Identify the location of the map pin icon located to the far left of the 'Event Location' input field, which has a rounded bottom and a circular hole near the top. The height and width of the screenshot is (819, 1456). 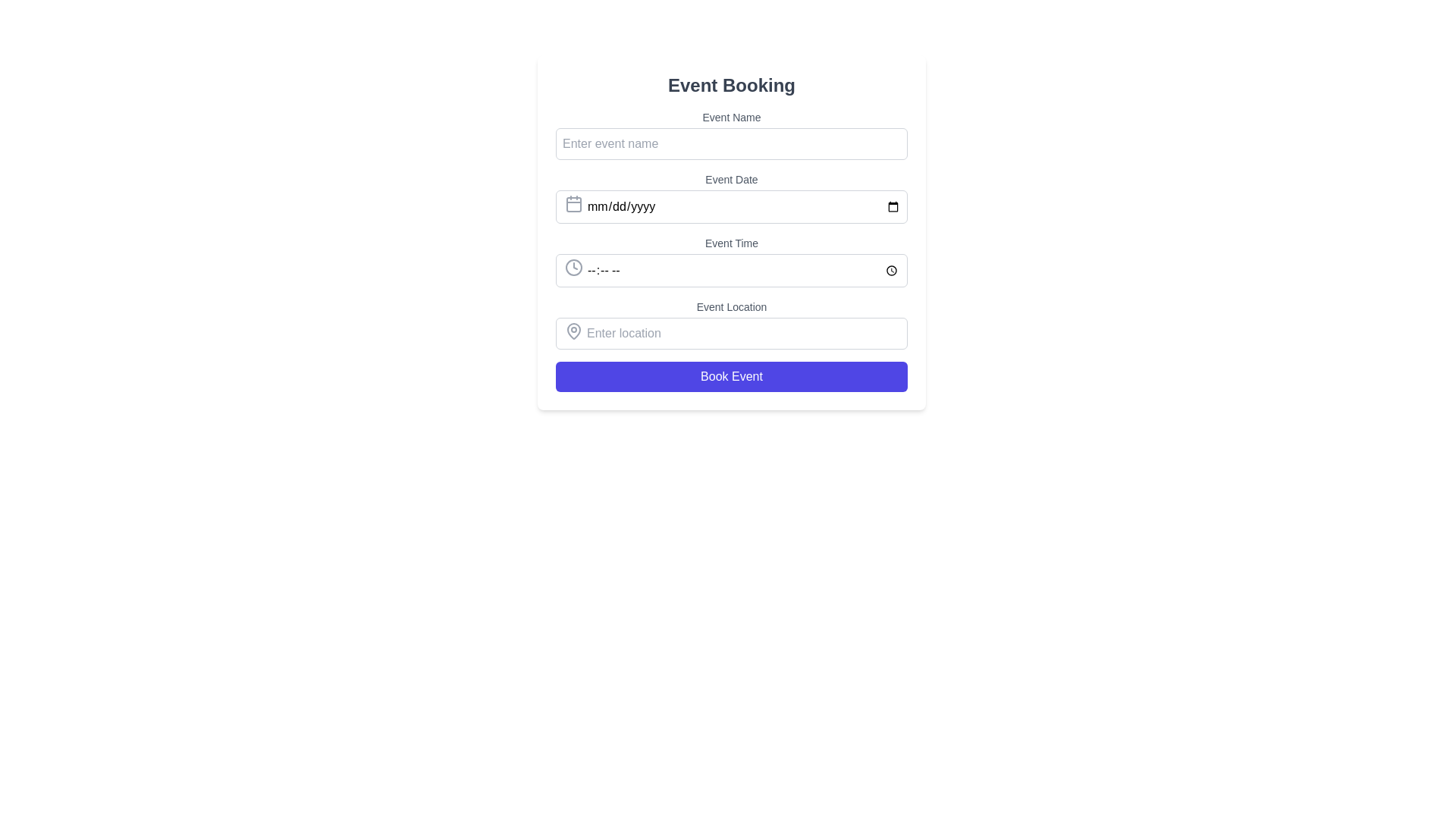
(573, 330).